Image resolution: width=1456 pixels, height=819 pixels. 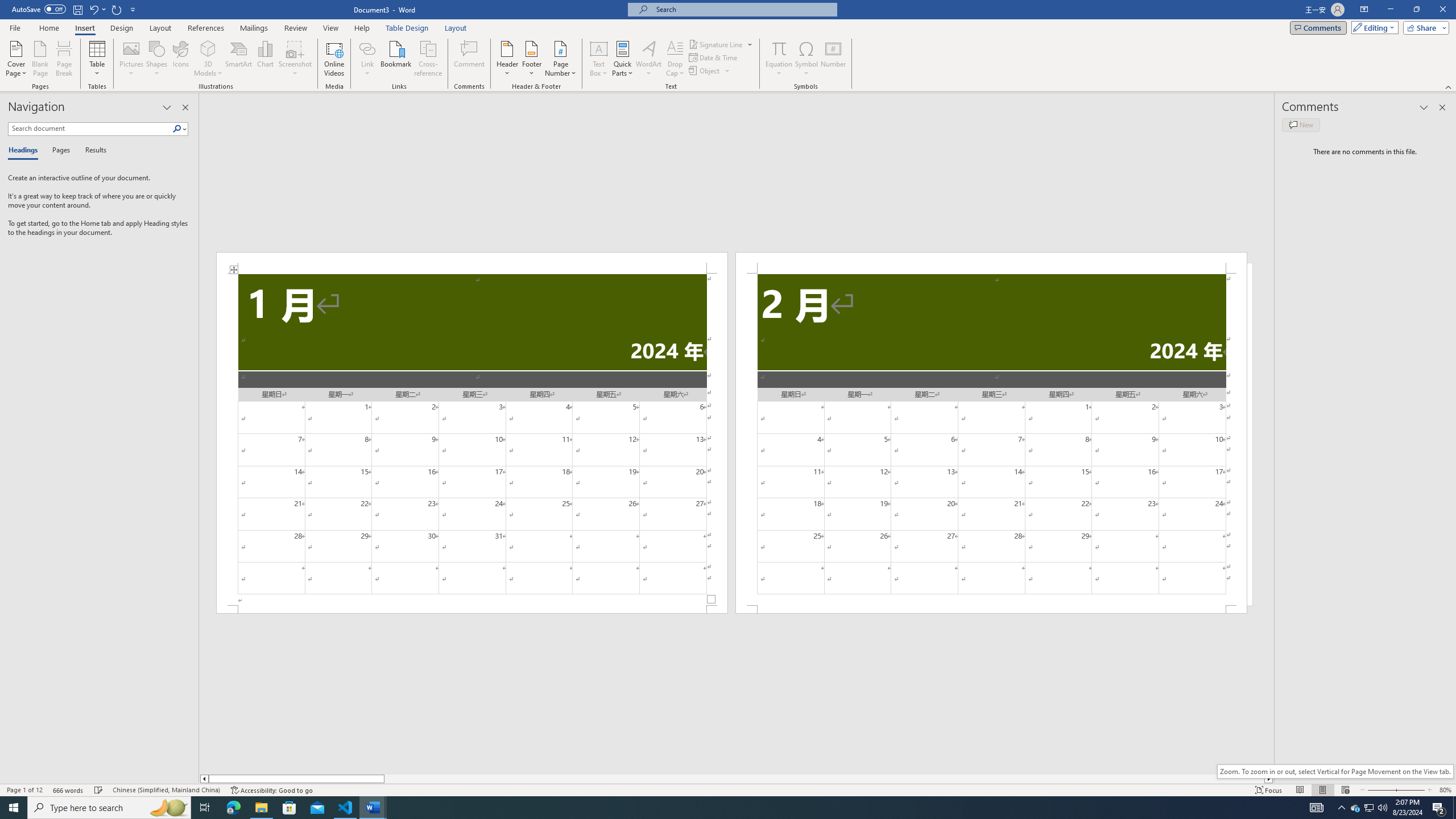 What do you see at coordinates (507, 59) in the screenshot?
I see `'Header'` at bounding box center [507, 59].